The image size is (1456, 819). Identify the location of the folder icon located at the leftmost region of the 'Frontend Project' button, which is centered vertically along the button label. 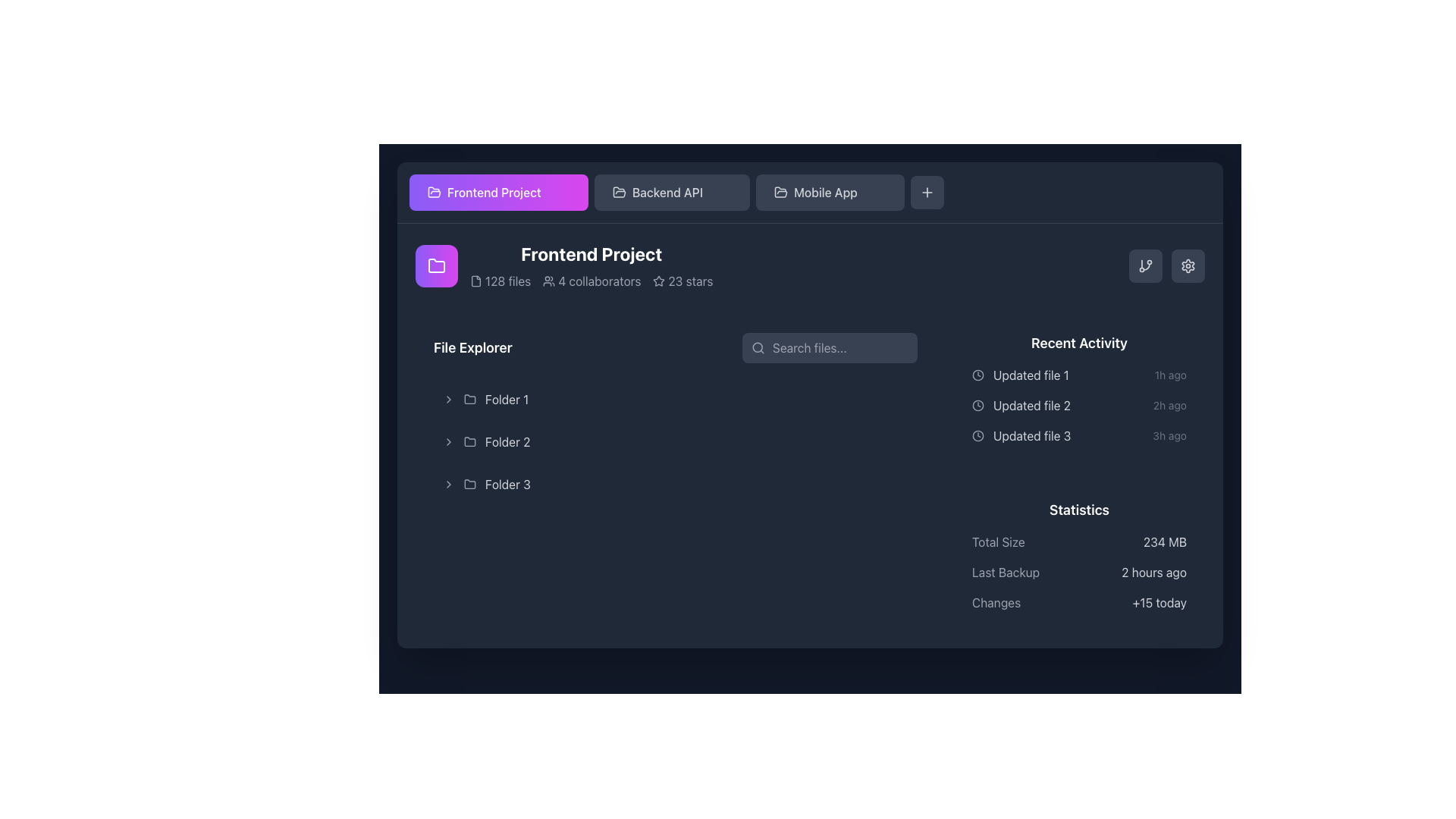
(433, 192).